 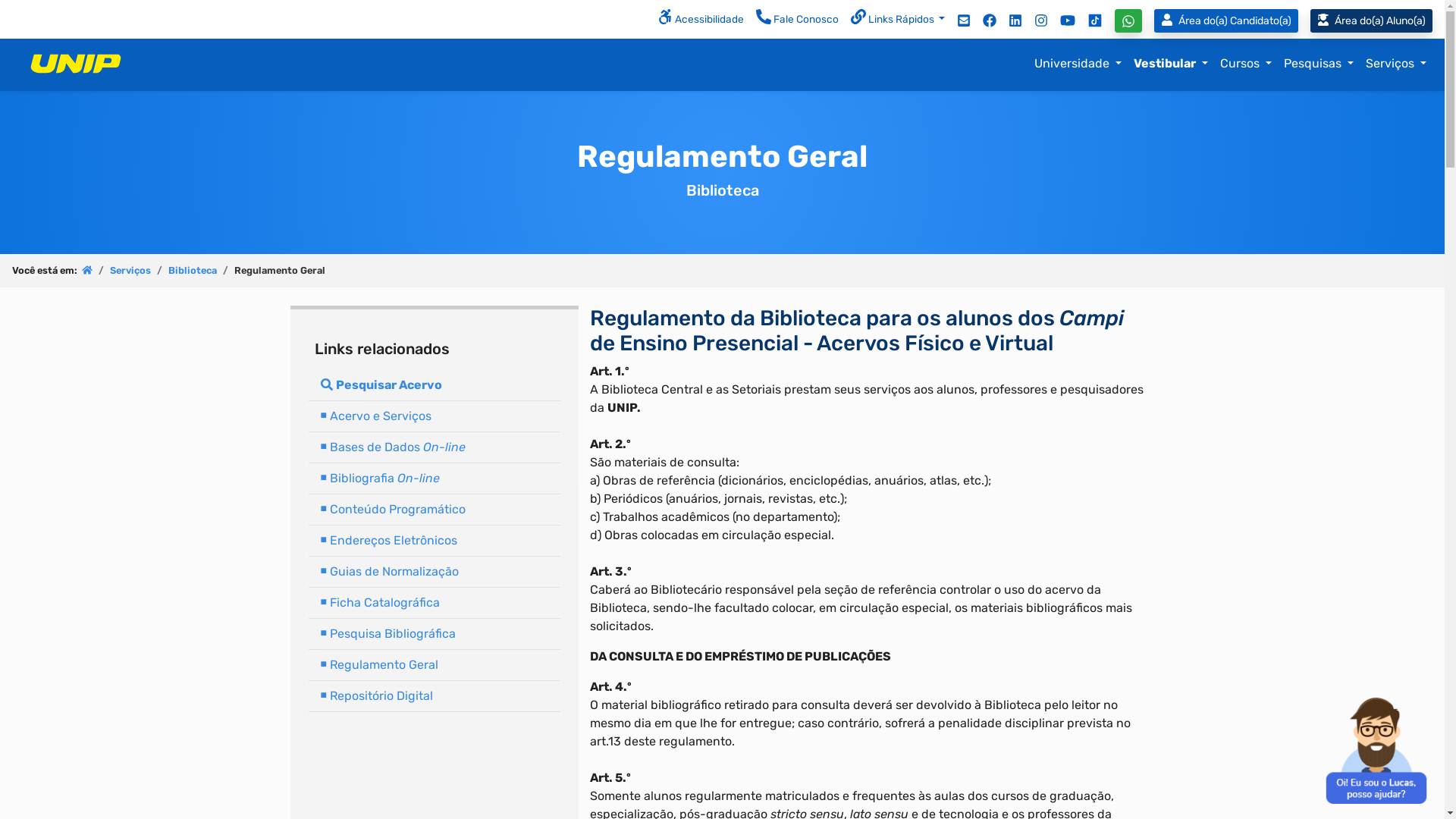 What do you see at coordinates (796, 20) in the screenshot?
I see `'Fale Conosco'` at bounding box center [796, 20].